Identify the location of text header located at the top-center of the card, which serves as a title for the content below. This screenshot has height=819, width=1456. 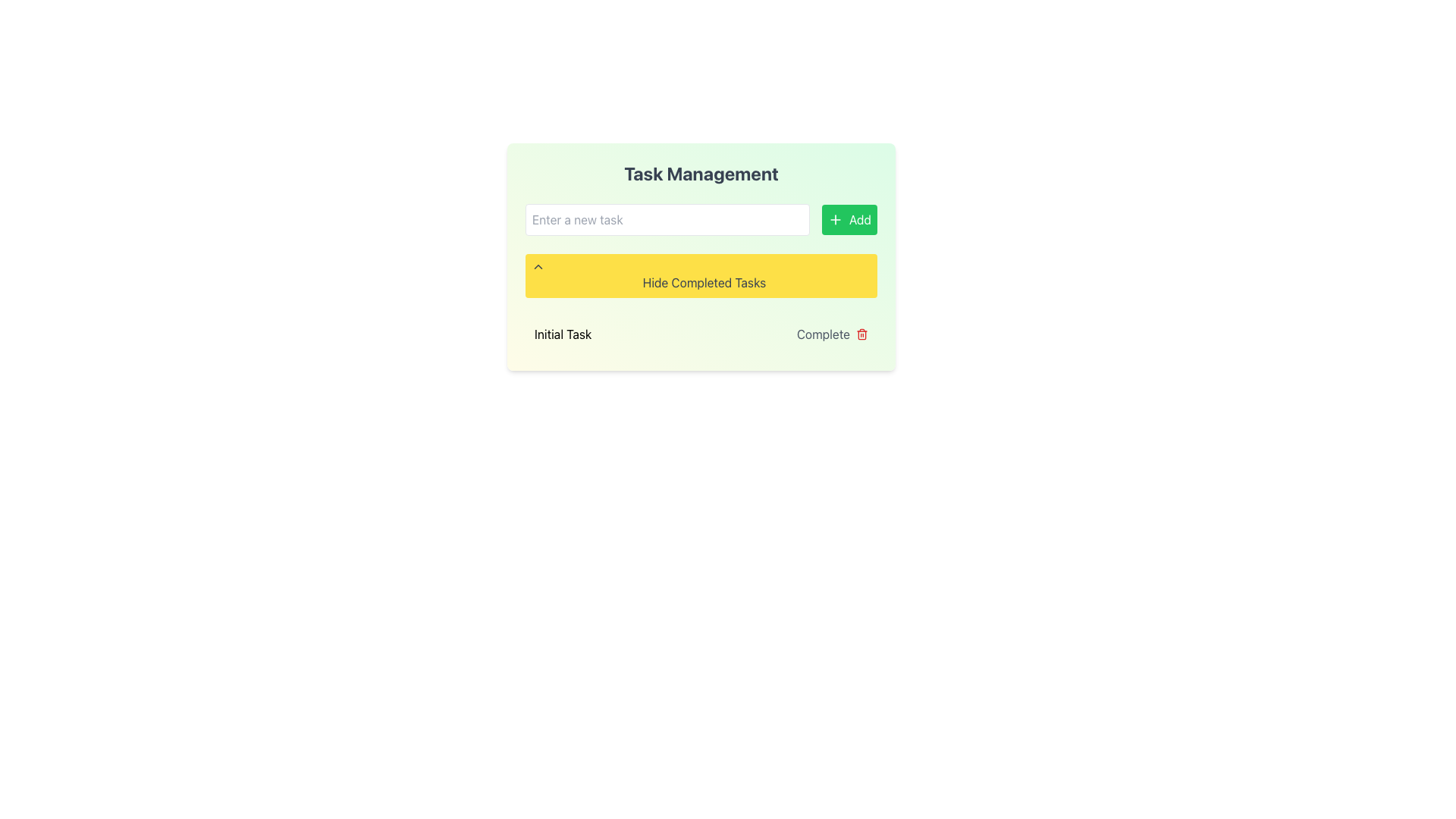
(701, 172).